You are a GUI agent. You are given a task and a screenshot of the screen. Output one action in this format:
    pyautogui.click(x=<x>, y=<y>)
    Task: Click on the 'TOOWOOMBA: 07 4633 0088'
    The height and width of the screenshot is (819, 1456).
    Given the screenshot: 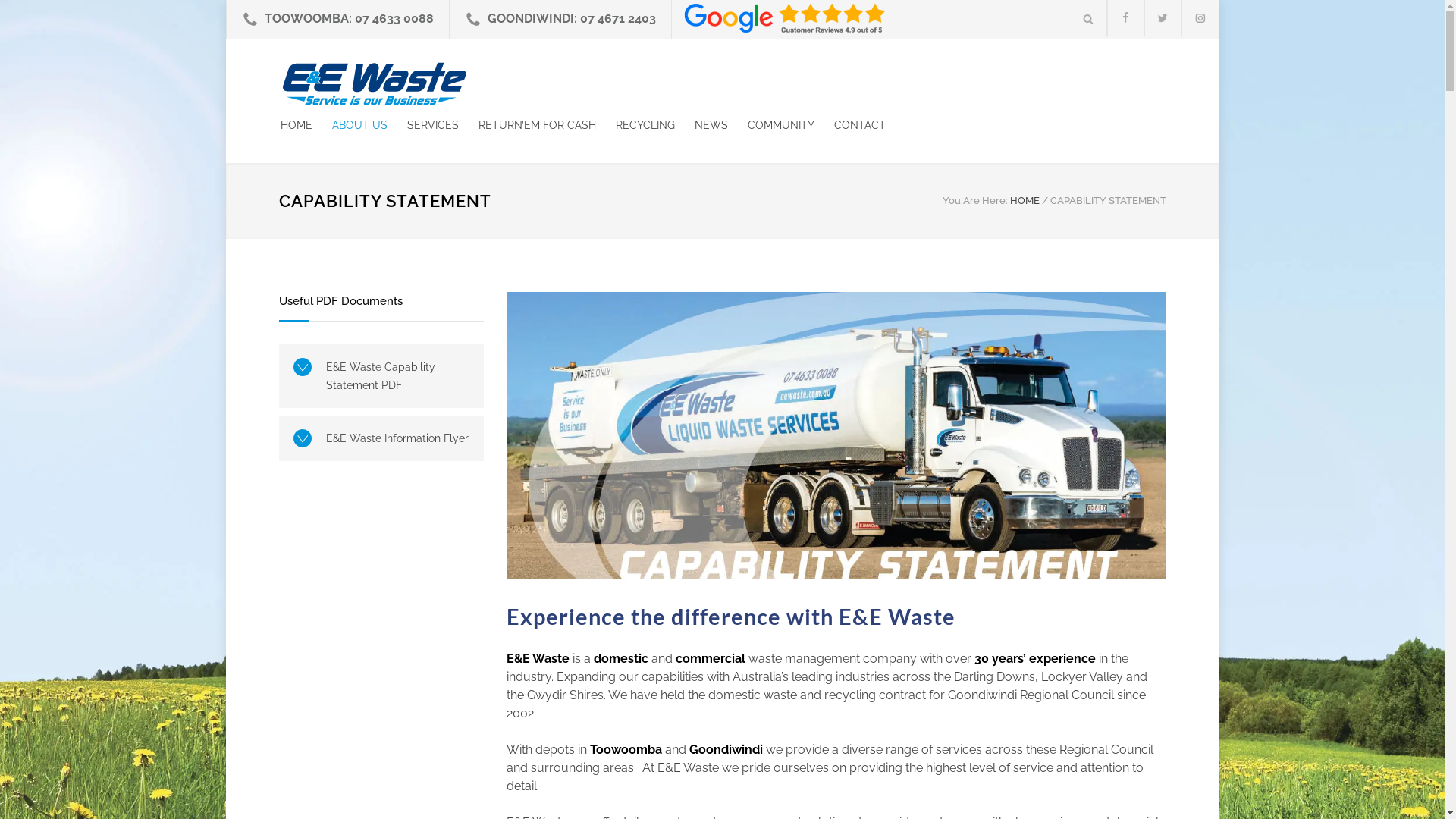 What is the action you would take?
    pyautogui.click(x=347, y=18)
    